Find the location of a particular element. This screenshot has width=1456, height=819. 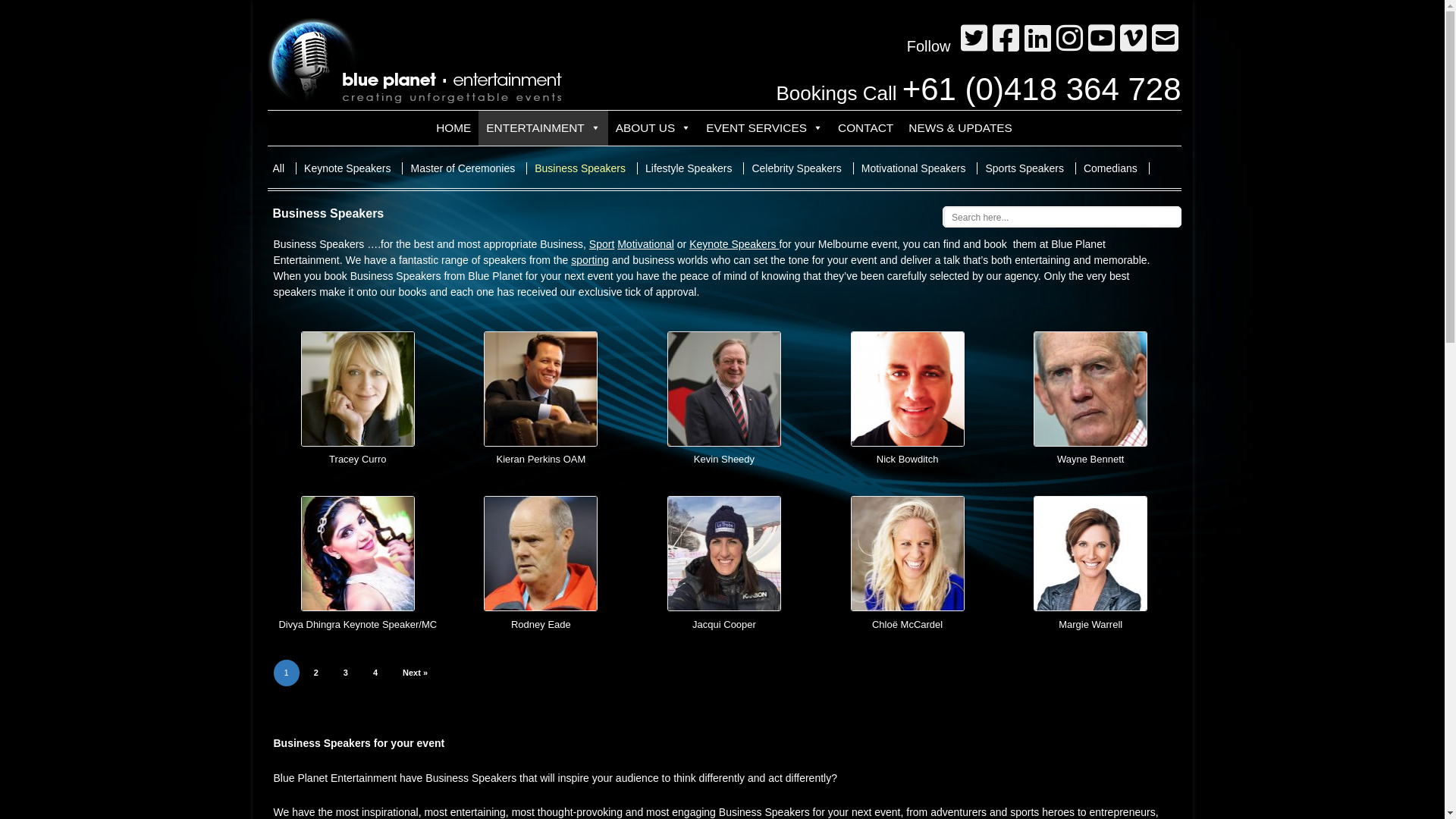

'Comedians' is located at coordinates (1116, 168).